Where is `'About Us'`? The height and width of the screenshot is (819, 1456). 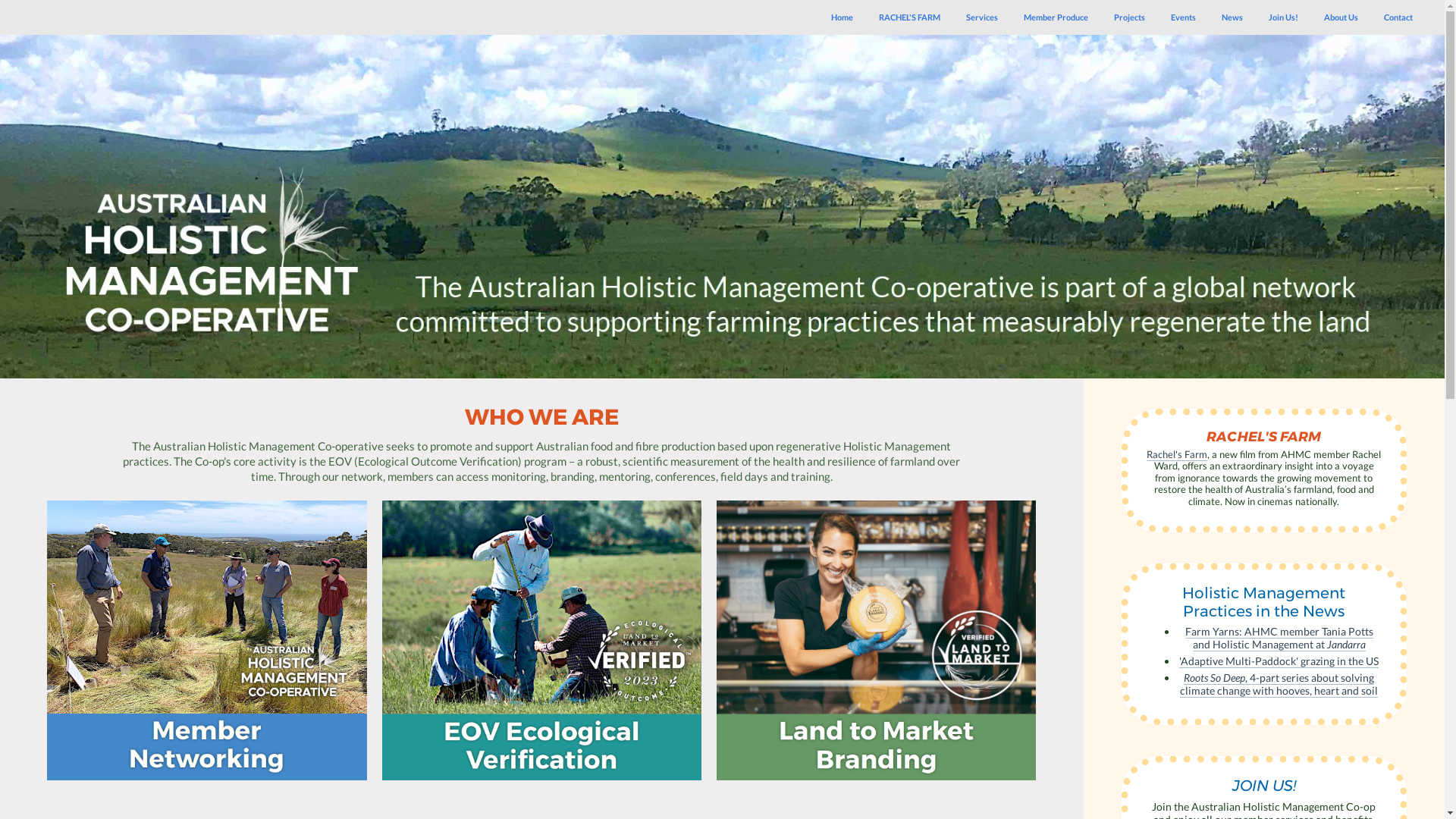
'About Us' is located at coordinates (1341, 17).